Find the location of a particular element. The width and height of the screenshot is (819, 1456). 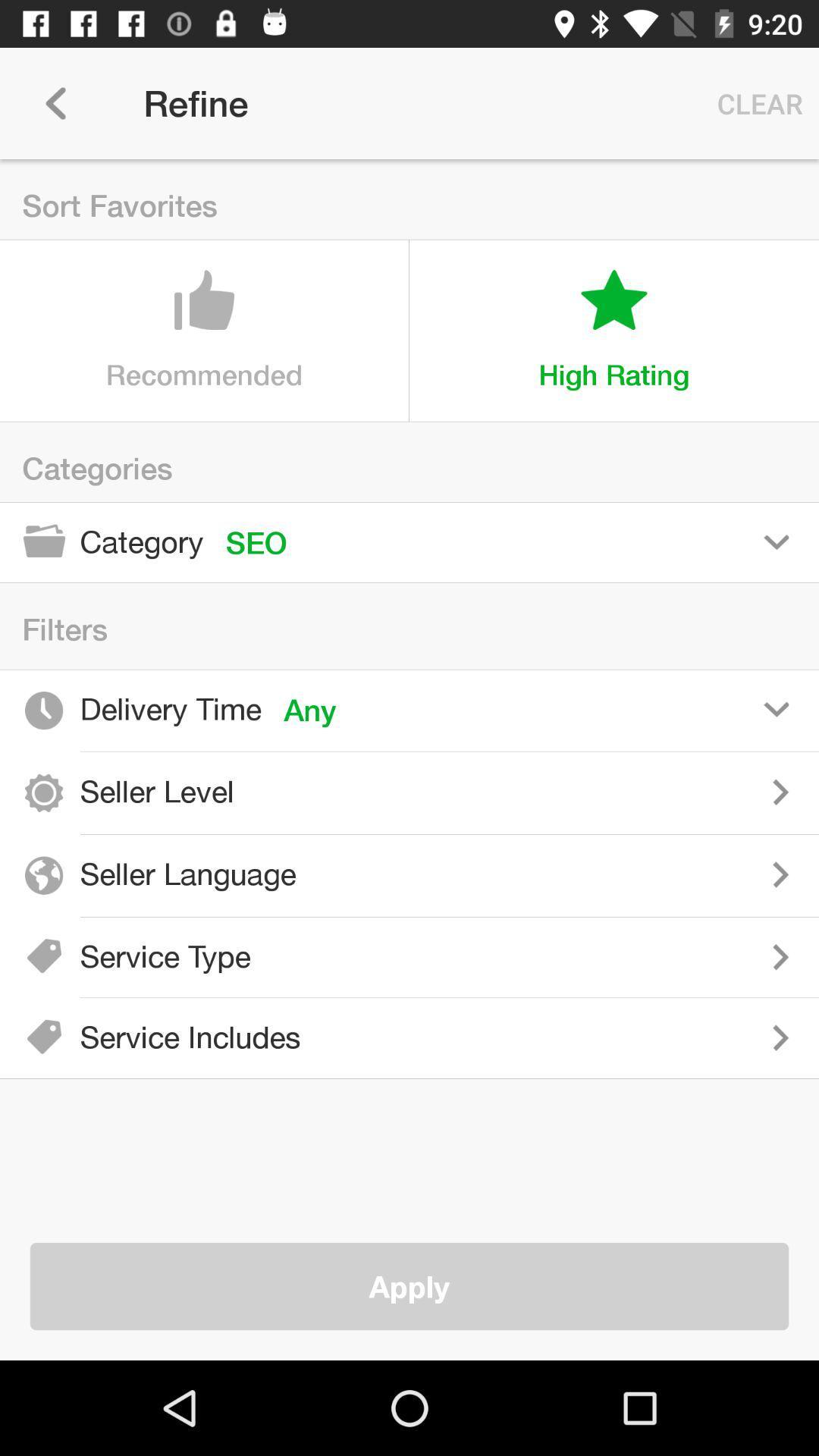

seller level is located at coordinates (537, 791).